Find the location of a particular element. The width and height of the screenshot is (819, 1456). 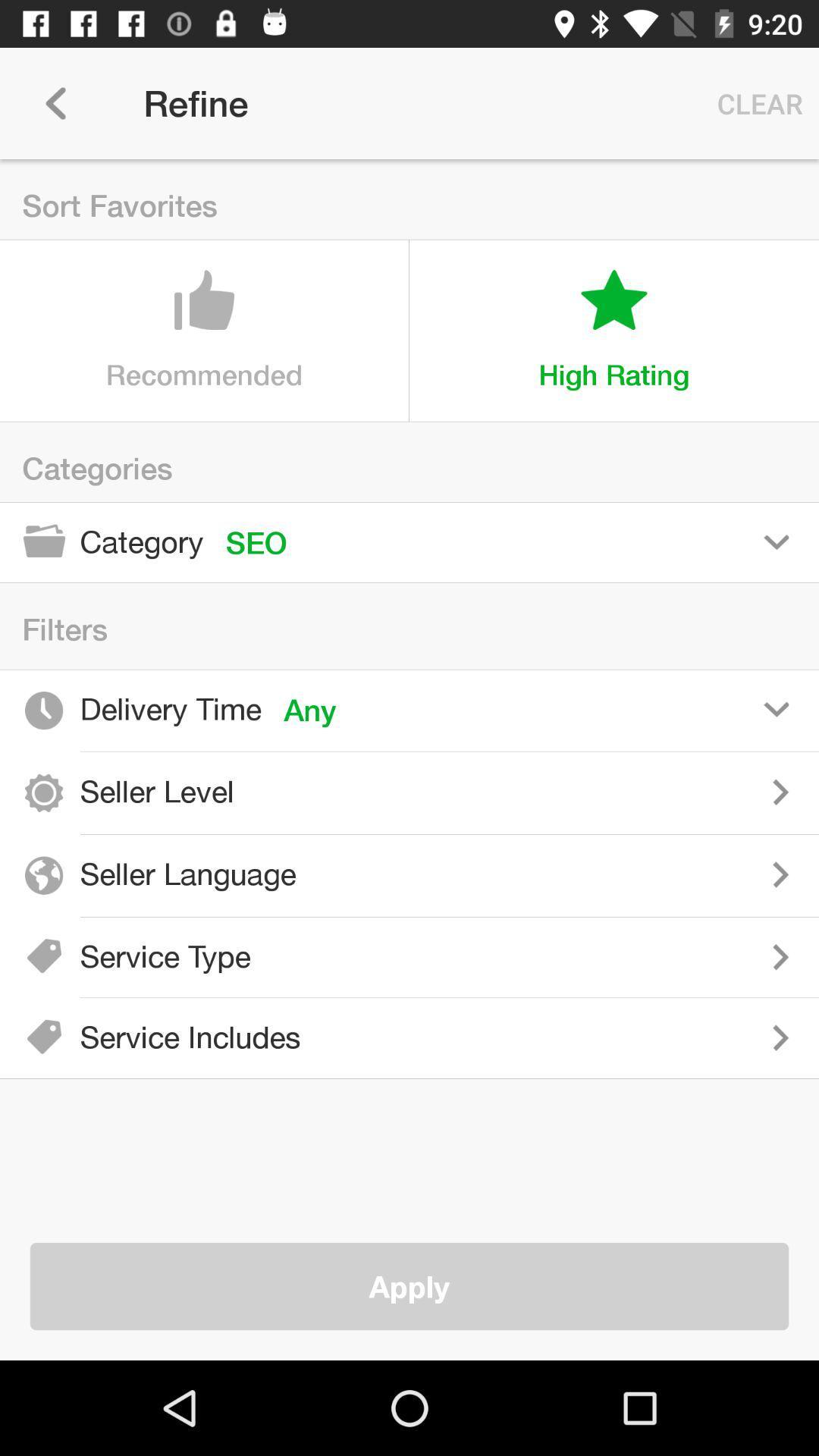

seller level is located at coordinates (537, 791).